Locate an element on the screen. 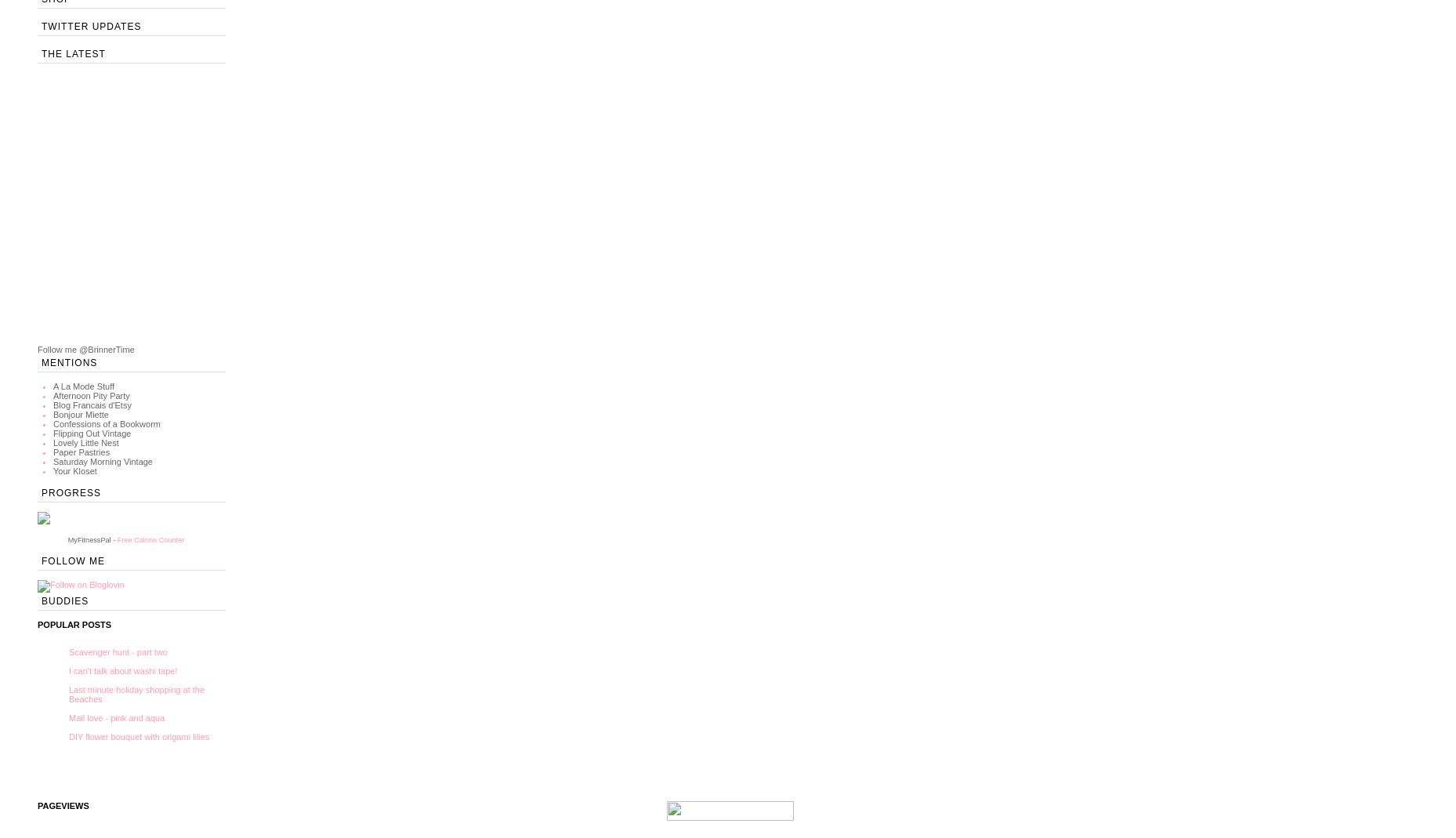  'Buddies' is located at coordinates (64, 601).